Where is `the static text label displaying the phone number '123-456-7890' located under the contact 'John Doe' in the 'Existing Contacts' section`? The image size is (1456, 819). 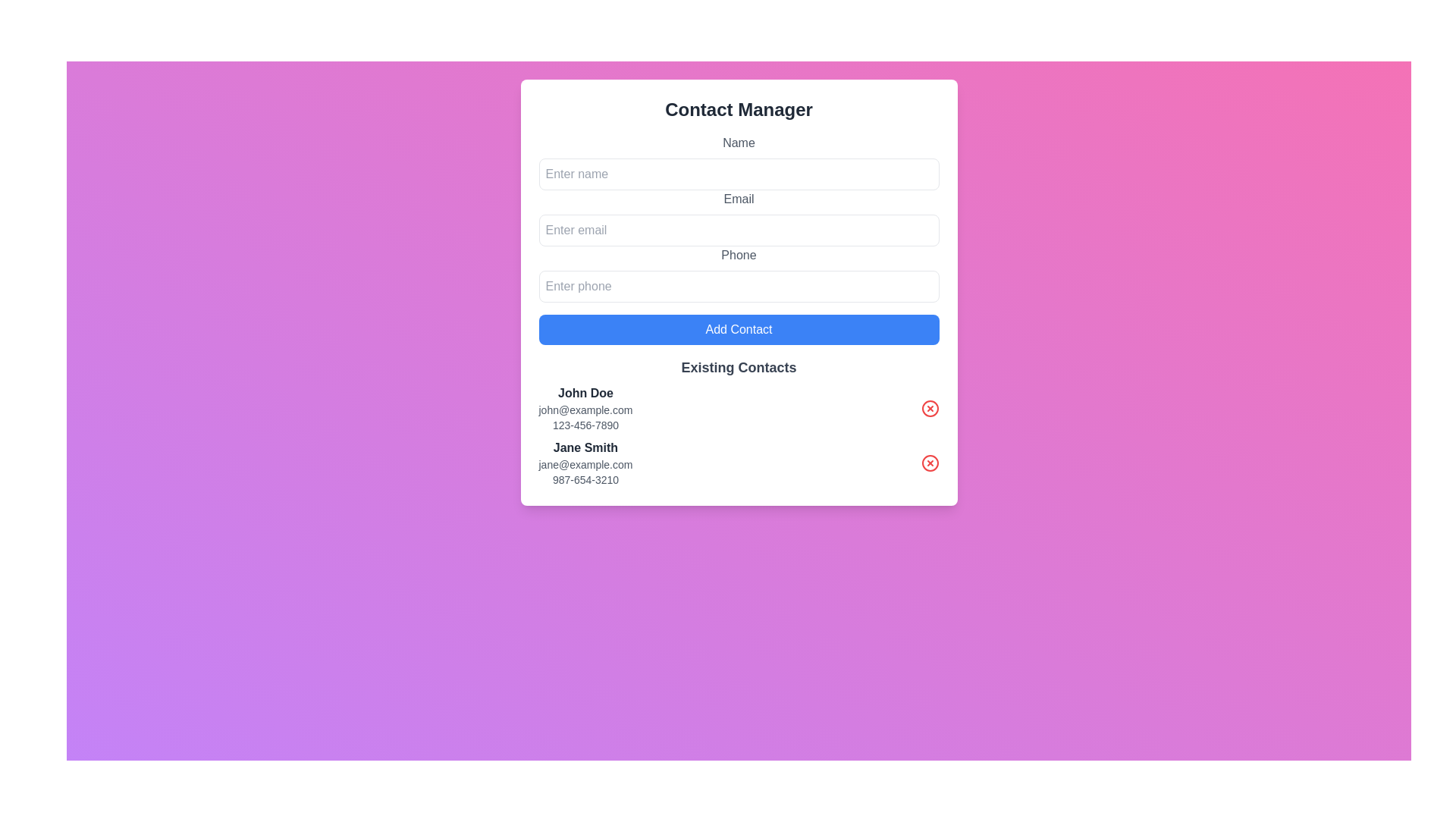 the static text label displaying the phone number '123-456-7890' located under the contact 'John Doe' in the 'Existing Contacts' section is located at coordinates (585, 425).